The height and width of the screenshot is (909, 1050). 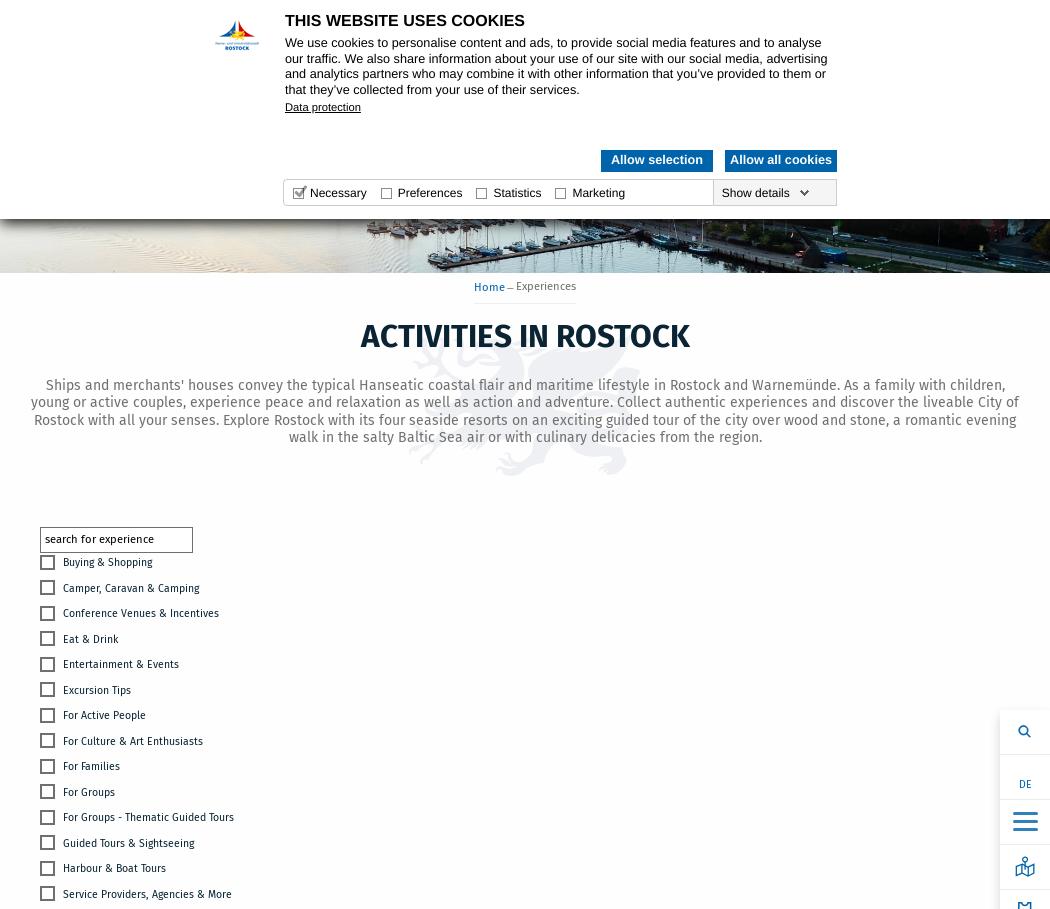 What do you see at coordinates (91, 766) in the screenshot?
I see `'For Families'` at bounding box center [91, 766].